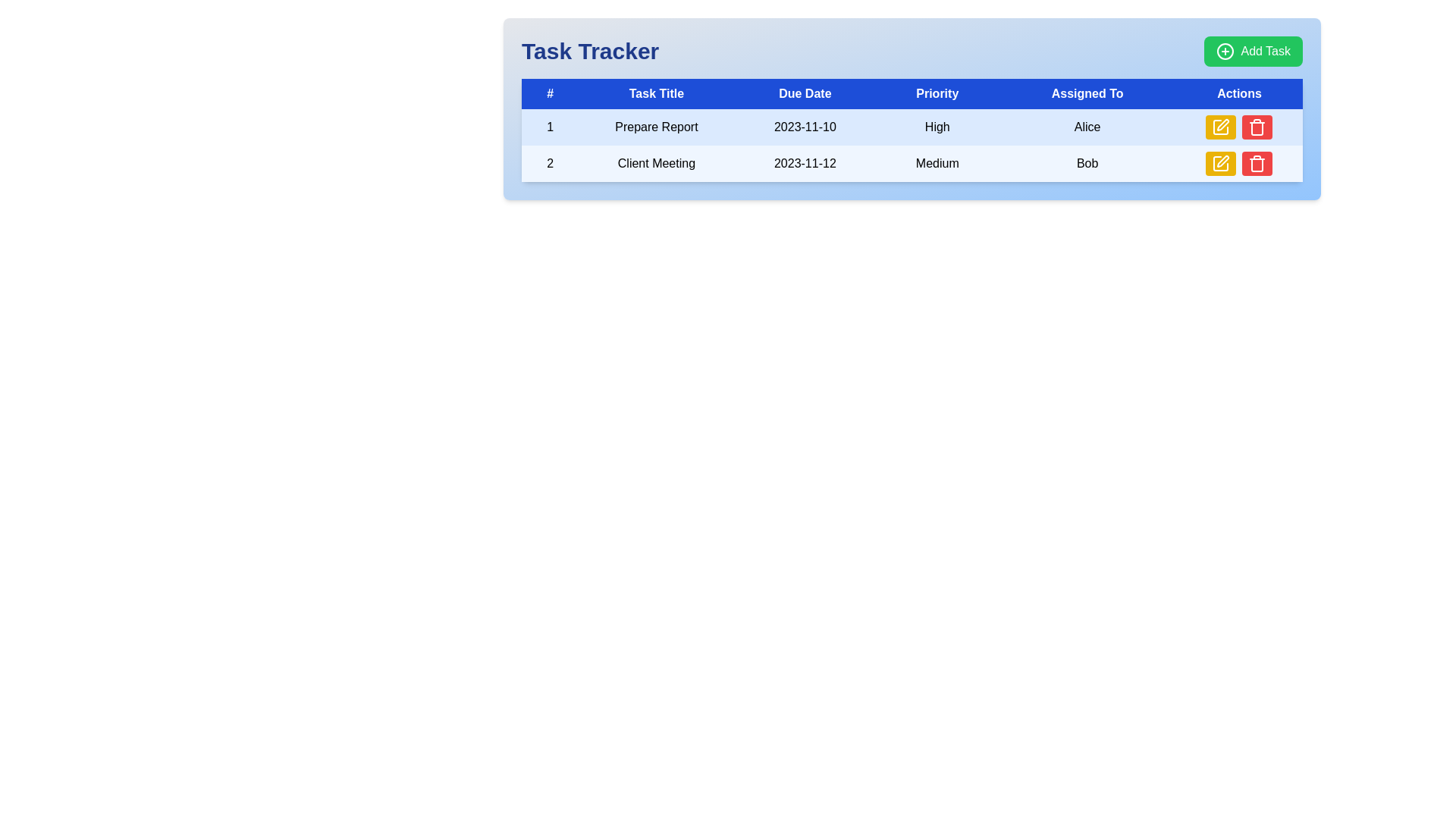 The width and height of the screenshot is (1456, 819). Describe the element at coordinates (1221, 127) in the screenshot. I see `the edit button located in the 'Actions' column of the second row of the data table to initiate the edit action` at that location.